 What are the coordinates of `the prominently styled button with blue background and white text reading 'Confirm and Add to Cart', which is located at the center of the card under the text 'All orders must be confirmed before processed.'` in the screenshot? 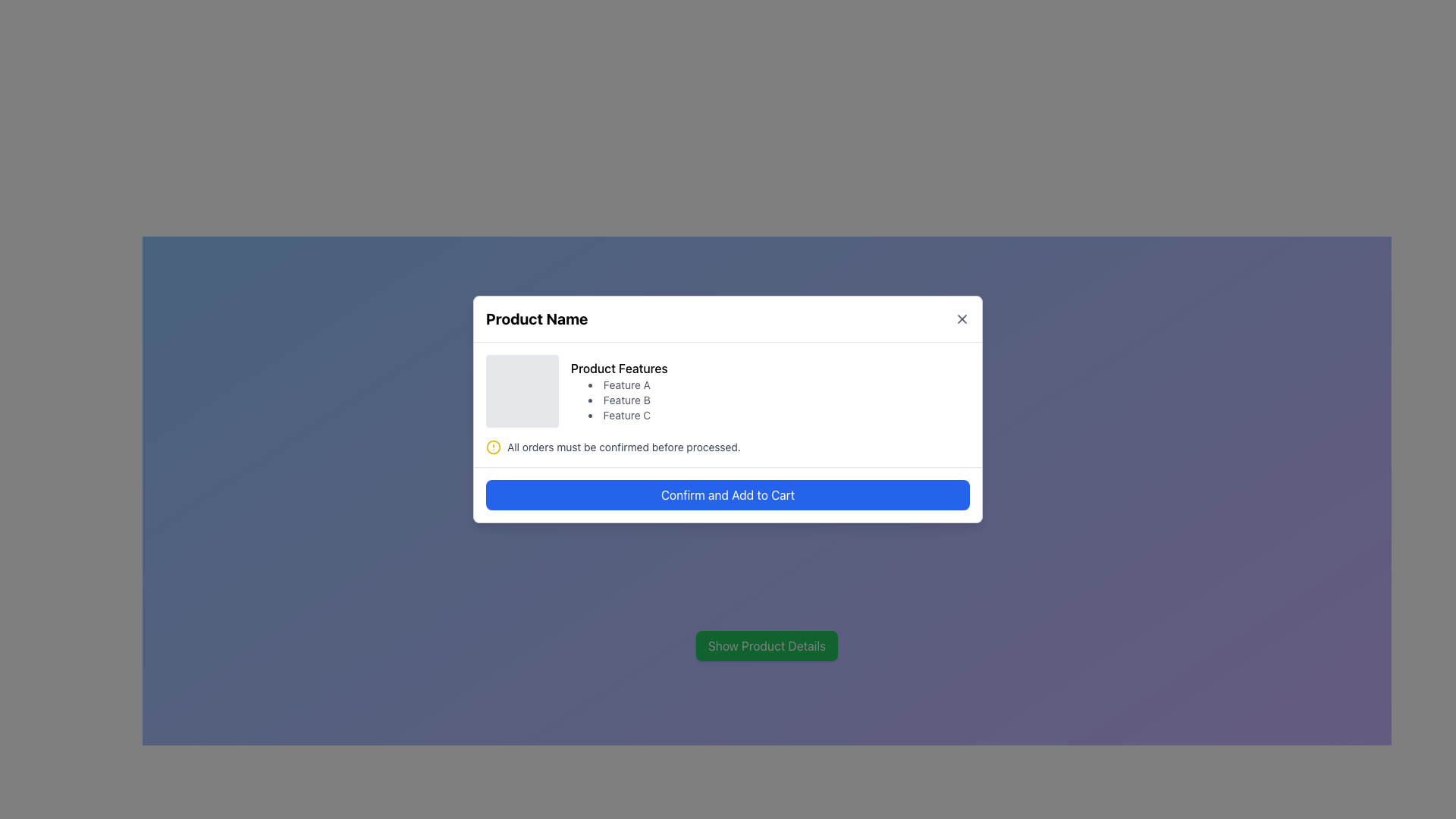 It's located at (728, 494).